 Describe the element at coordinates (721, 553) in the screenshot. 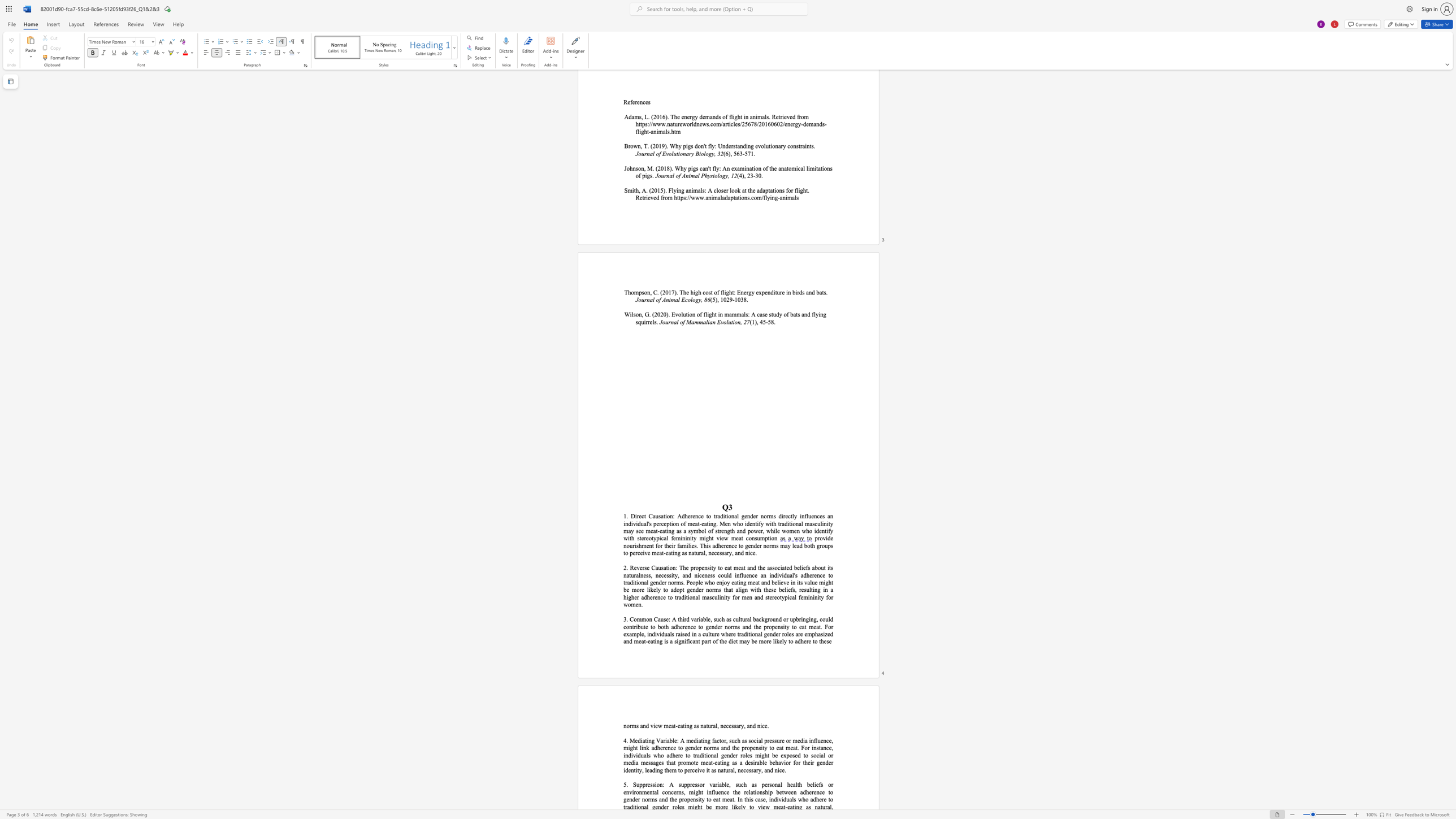

I see `the subset text "sary, and n" within the text "th groups to perceive meat-eating as natural, necessary, and nice."` at that location.